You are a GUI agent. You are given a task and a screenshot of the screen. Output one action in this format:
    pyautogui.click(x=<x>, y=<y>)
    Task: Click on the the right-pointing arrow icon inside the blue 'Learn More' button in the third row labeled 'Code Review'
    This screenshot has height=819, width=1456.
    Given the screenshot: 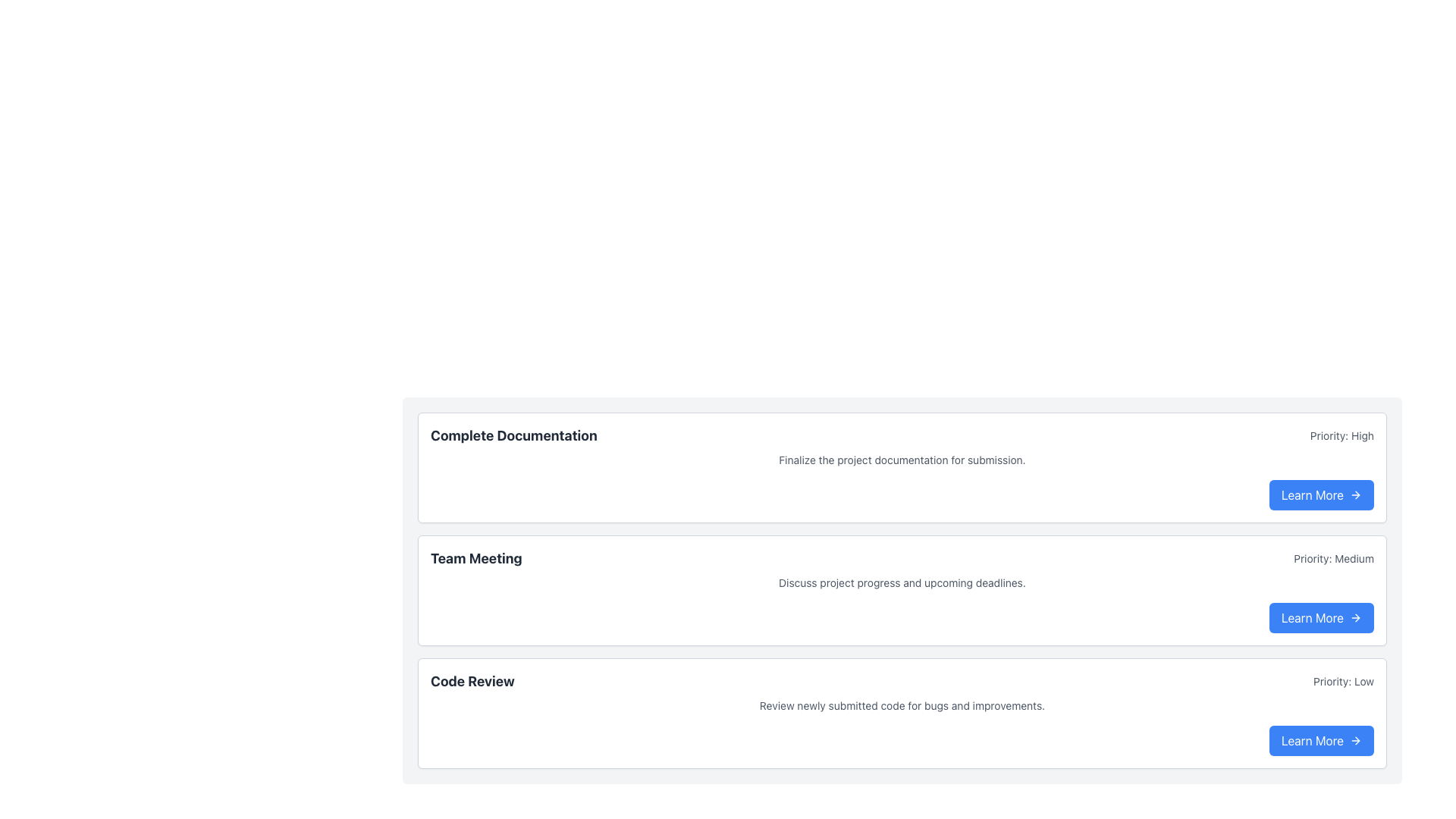 What is the action you would take?
    pyautogui.click(x=1357, y=739)
    